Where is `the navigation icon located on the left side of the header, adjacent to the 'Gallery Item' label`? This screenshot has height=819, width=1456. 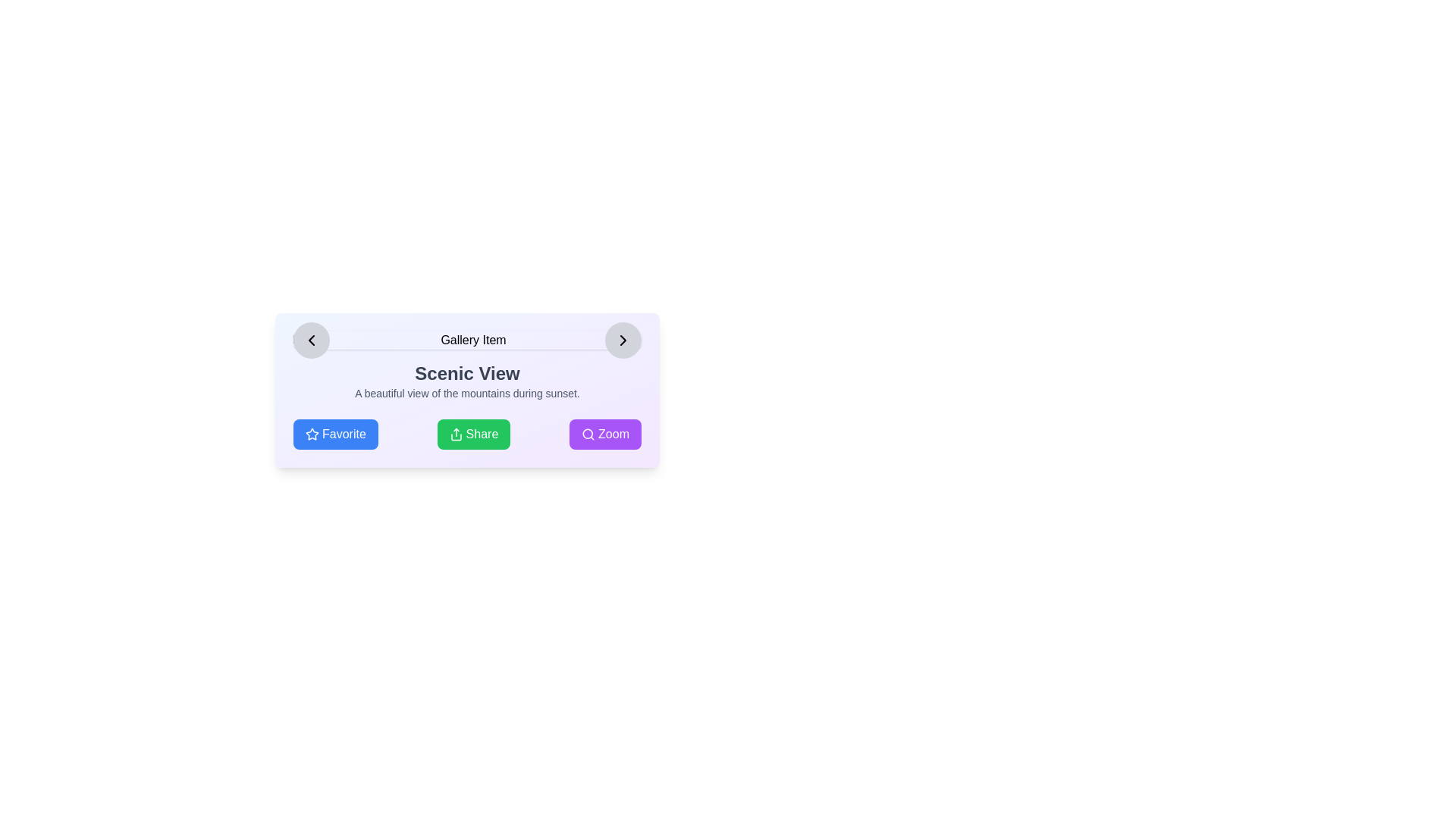 the navigation icon located on the left side of the header, adjacent to the 'Gallery Item' label is located at coordinates (311, 339).